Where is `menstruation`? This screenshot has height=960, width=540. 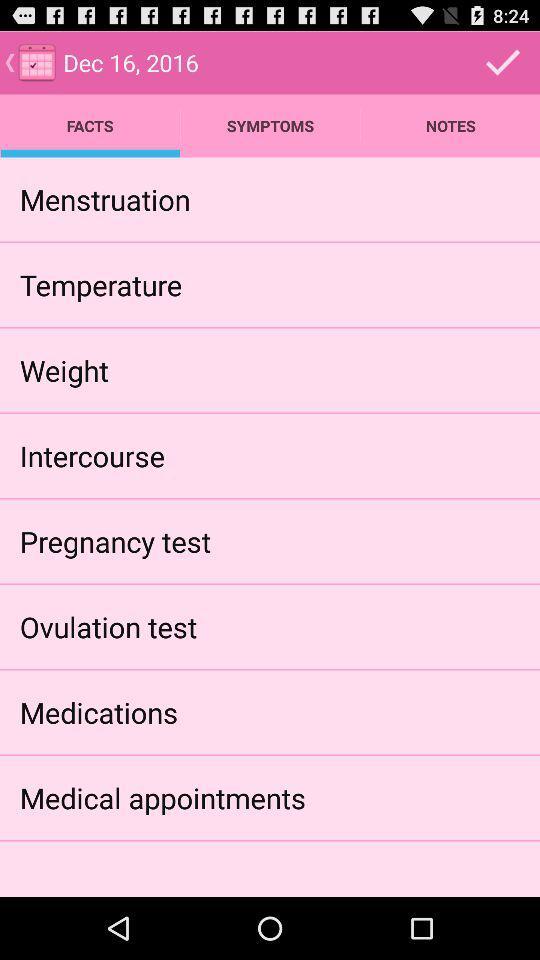
menstruation is located at coordinates (105, 199).